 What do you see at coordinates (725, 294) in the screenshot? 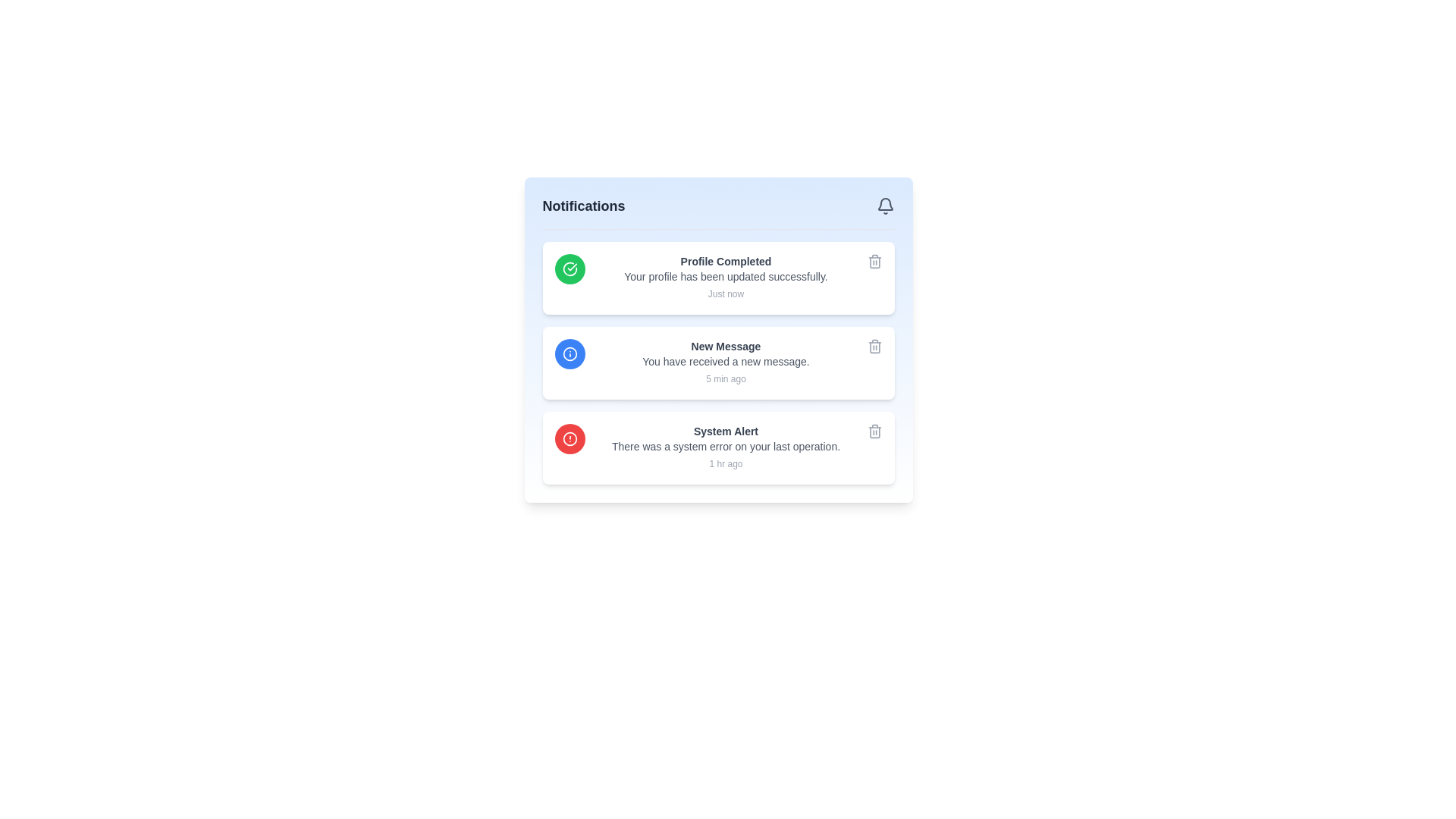
I see `the text label indicating the relative time of the 'Profile Completed' notification, which is positioned below the 'Your profile has been updated successfully.' message in the notifications panel` at bounding box center [725, 294].